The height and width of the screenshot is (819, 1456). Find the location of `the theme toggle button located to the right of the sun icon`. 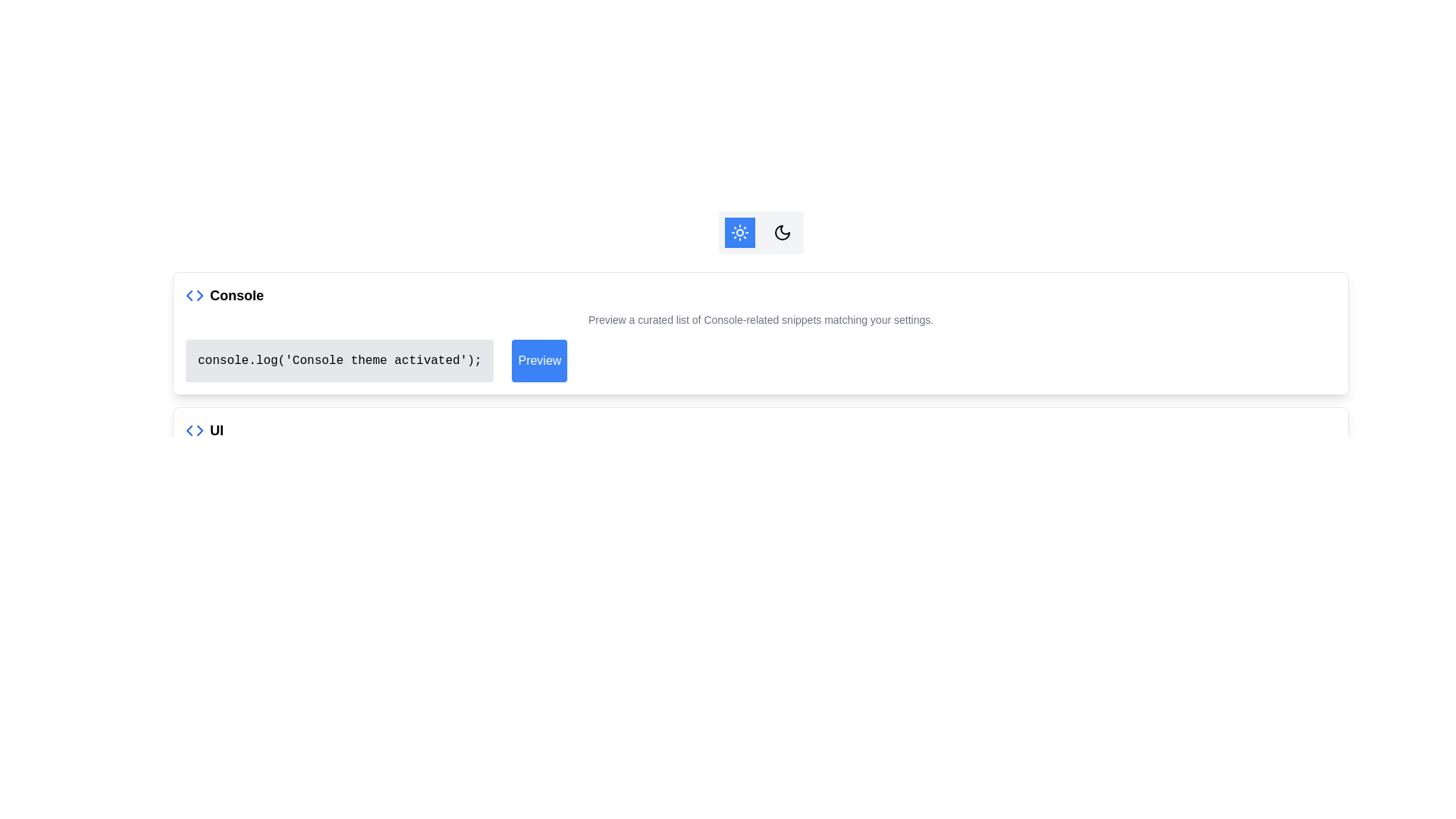

the theme toggle button located to the right of the sun icon is located at coordinates (782, 233).